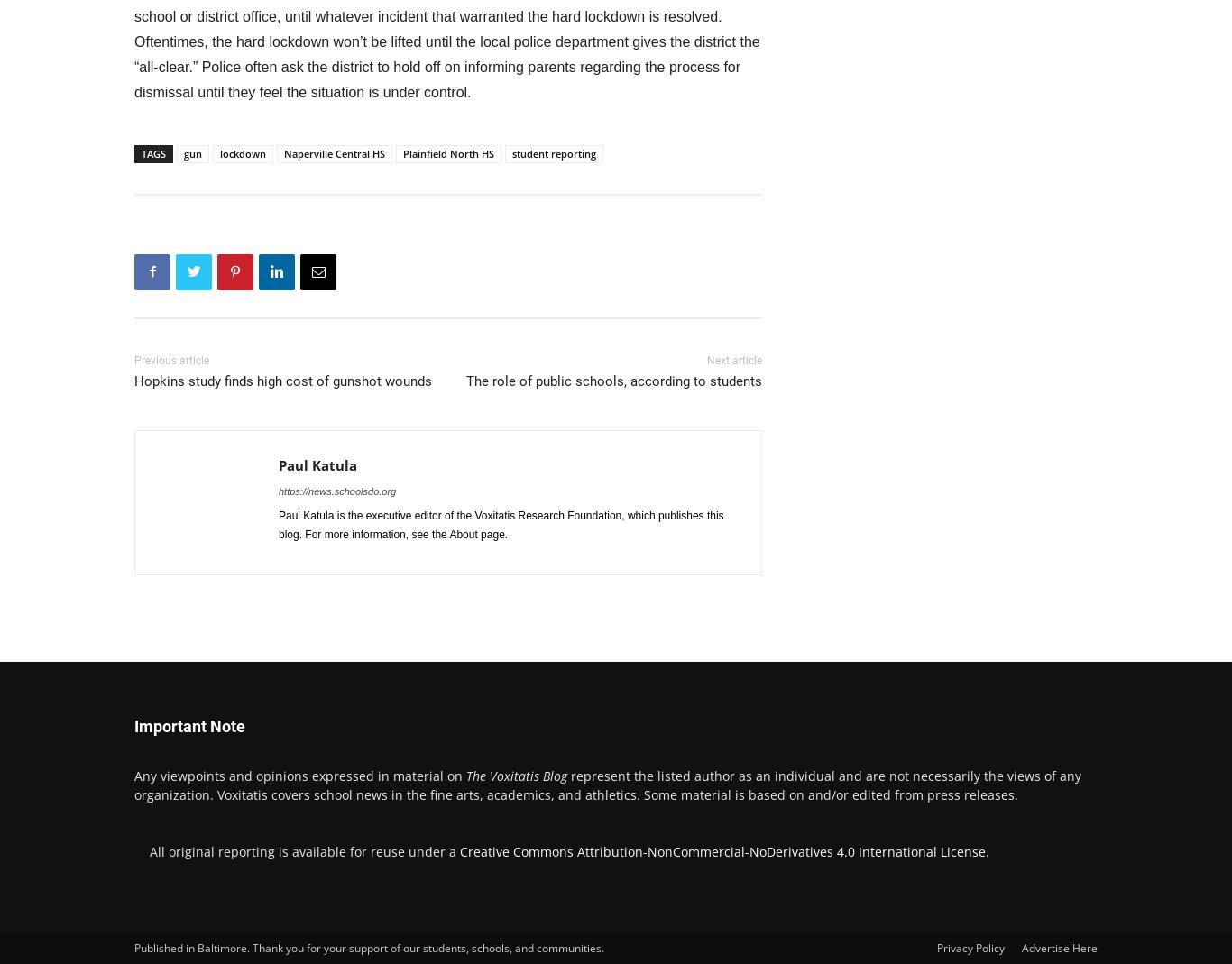 The image size is (1232, 964). I want to click on 'student reporting', so click(511, 152).